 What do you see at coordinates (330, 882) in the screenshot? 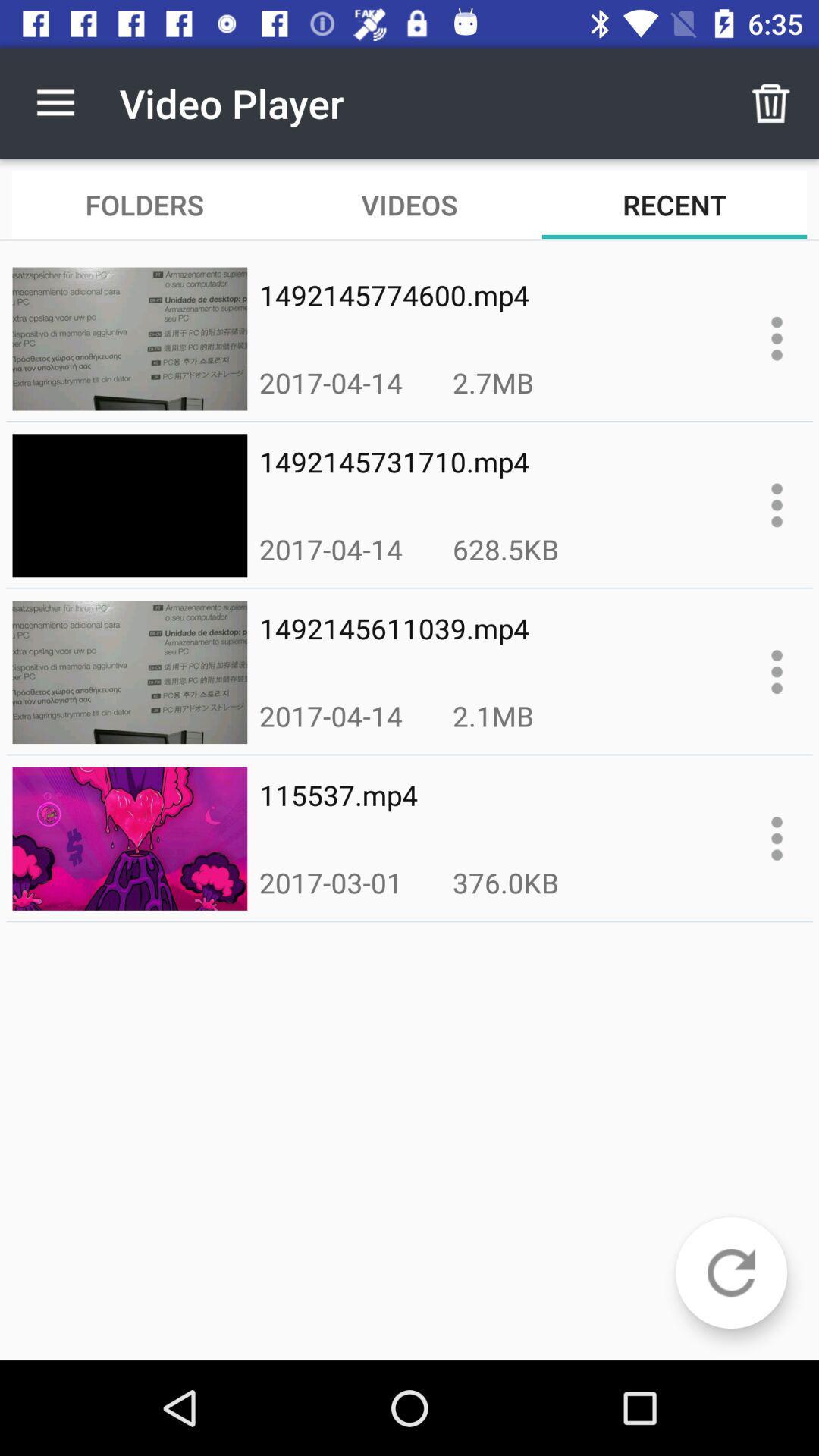
I see `item next to 376.0kb item` at bounding box center [330, 882].